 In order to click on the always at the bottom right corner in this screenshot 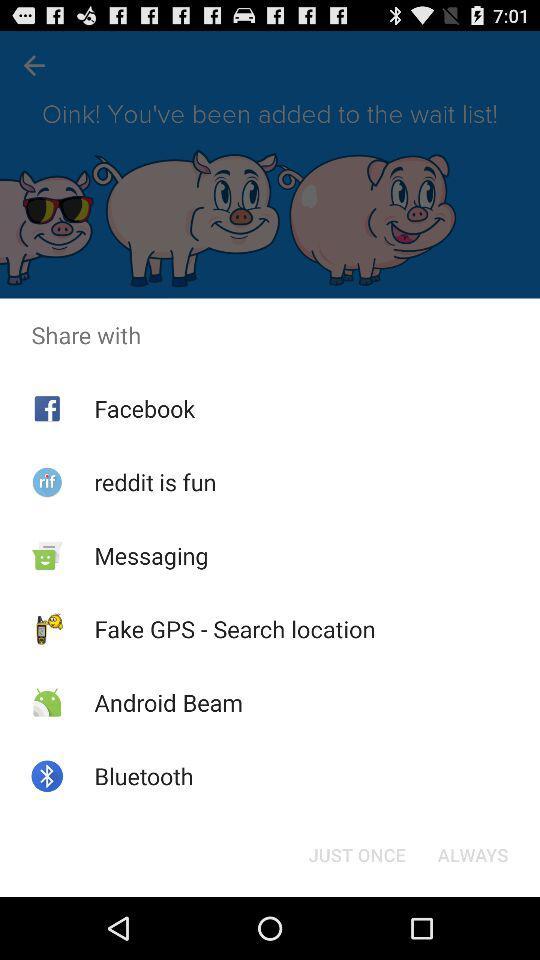, I will do `click(472, 853)`.